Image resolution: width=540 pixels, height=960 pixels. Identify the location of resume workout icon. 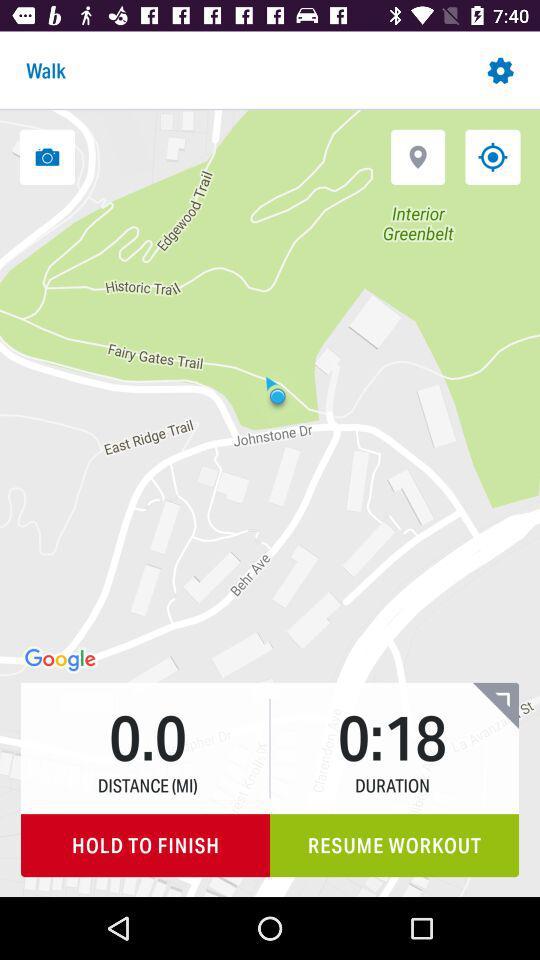
(394, 844).